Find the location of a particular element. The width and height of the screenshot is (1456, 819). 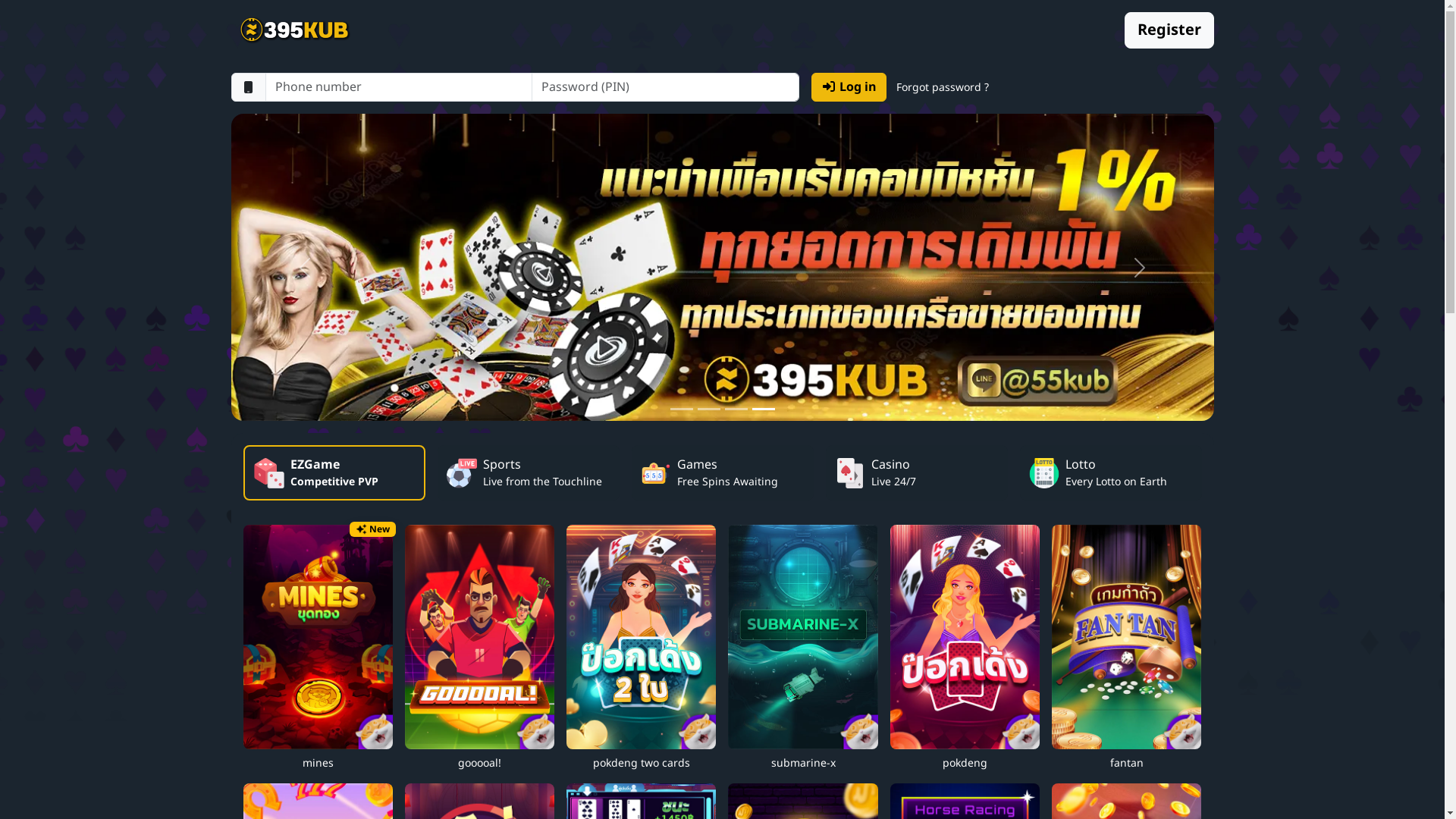

'fantan' is located at coordinates (1126, 648).